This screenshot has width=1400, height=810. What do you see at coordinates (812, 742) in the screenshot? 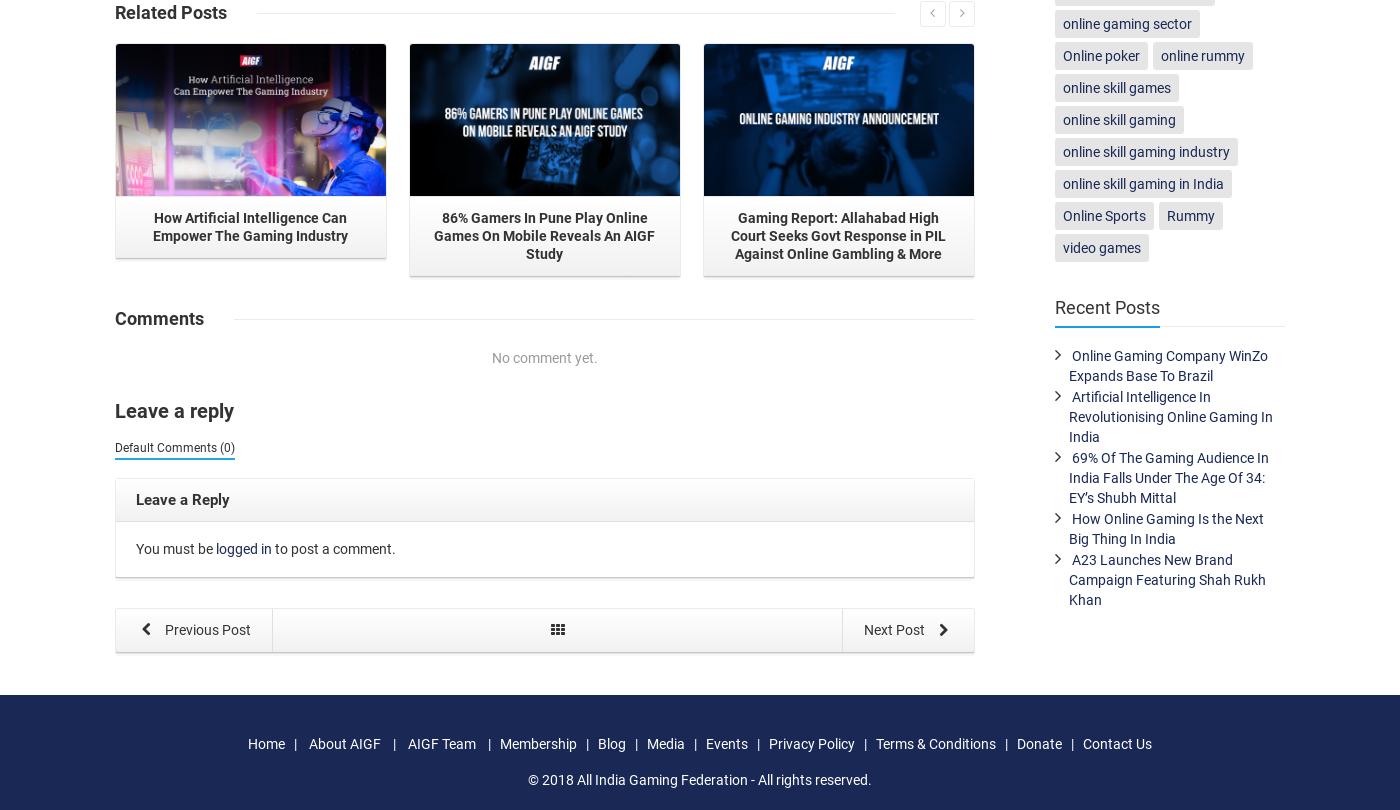
I see `'Privacy Policy'` at bounding box center [812, 742].